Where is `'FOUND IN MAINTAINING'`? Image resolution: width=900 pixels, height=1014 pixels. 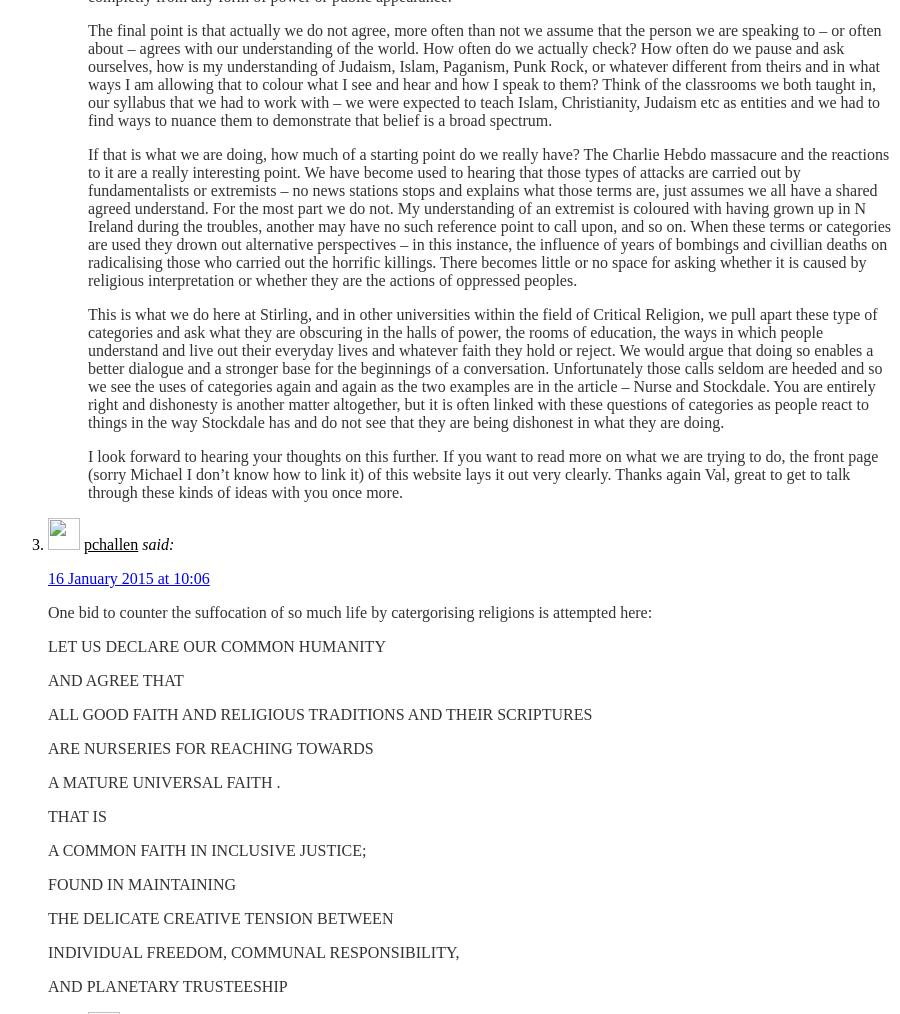
'FOUND IN MAINTAINING' is located at coordinates (142, 883).